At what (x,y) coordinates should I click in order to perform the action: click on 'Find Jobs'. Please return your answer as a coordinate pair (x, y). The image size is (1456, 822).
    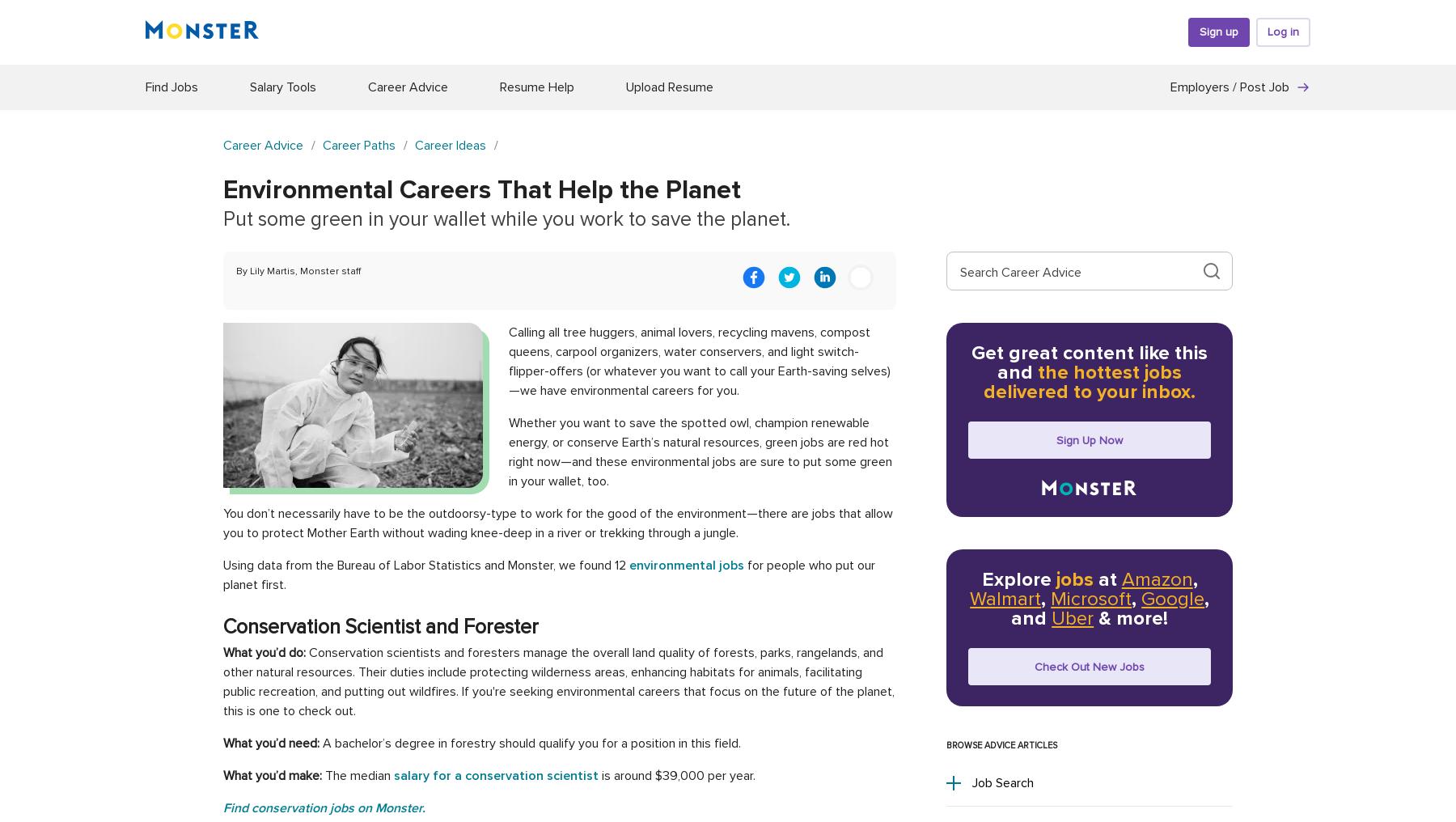
    Looking at the image, I should click on (171, 87).